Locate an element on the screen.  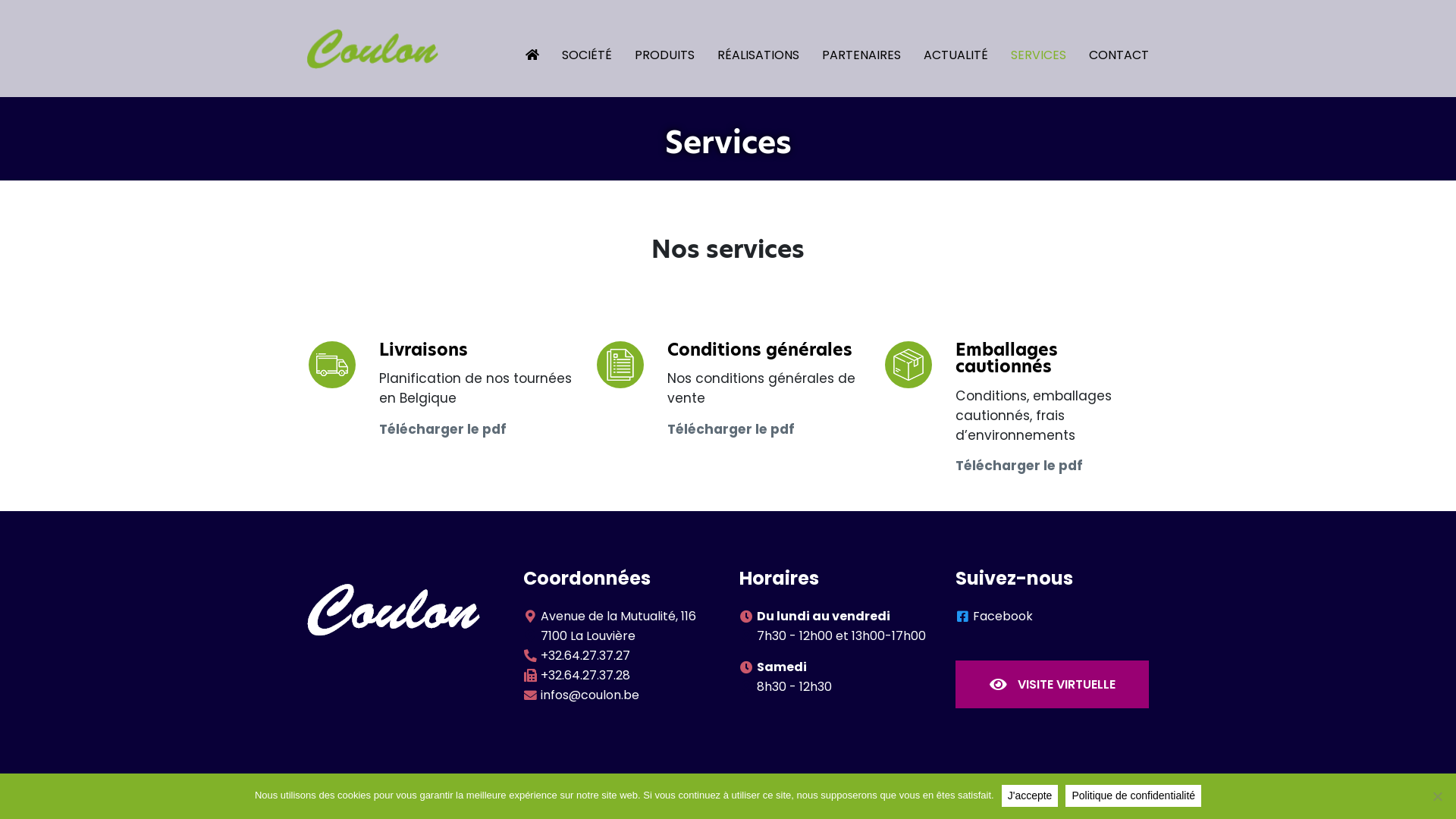
'infos@coulon.be' is located at coordinates (588, 695).